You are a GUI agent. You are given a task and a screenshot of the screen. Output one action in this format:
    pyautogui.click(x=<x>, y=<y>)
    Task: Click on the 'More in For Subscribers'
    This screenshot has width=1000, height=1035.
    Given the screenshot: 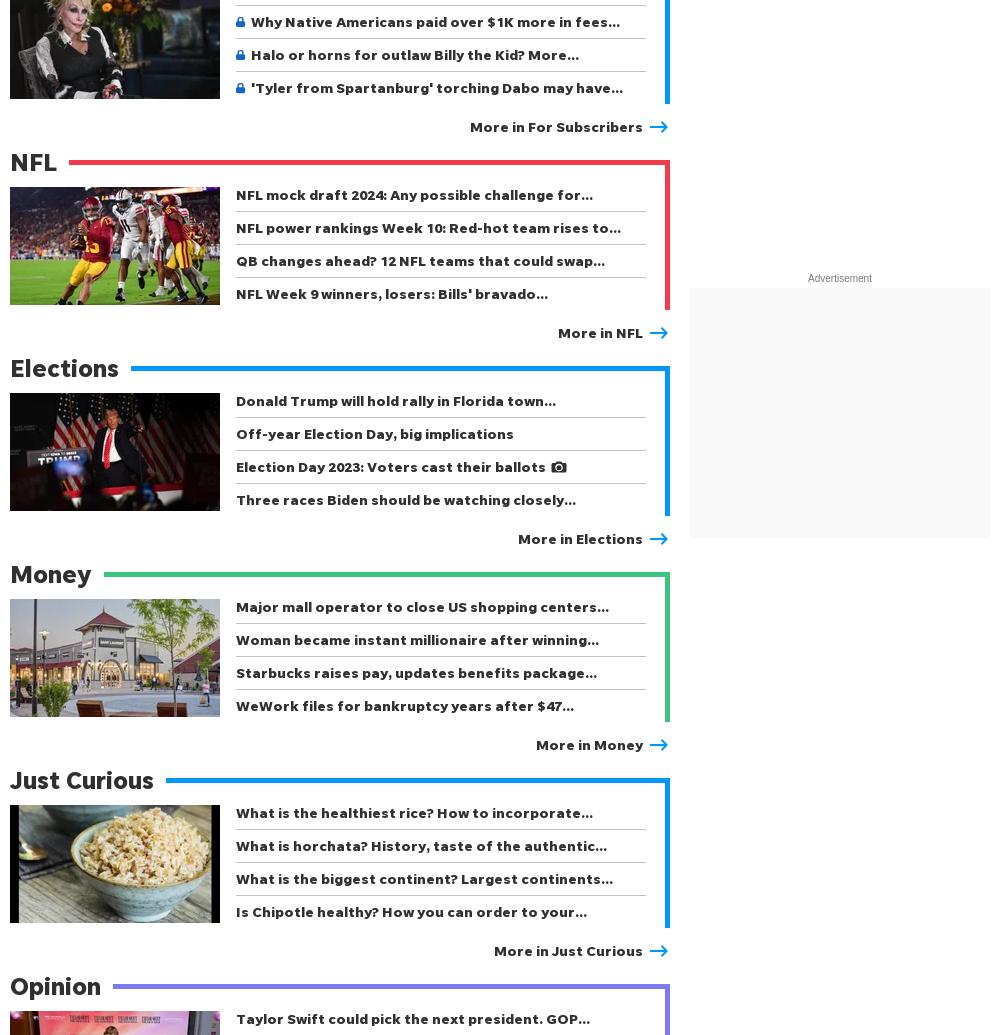 What is the action you would take?
    pyautogui.click(x=556, y=126)
    